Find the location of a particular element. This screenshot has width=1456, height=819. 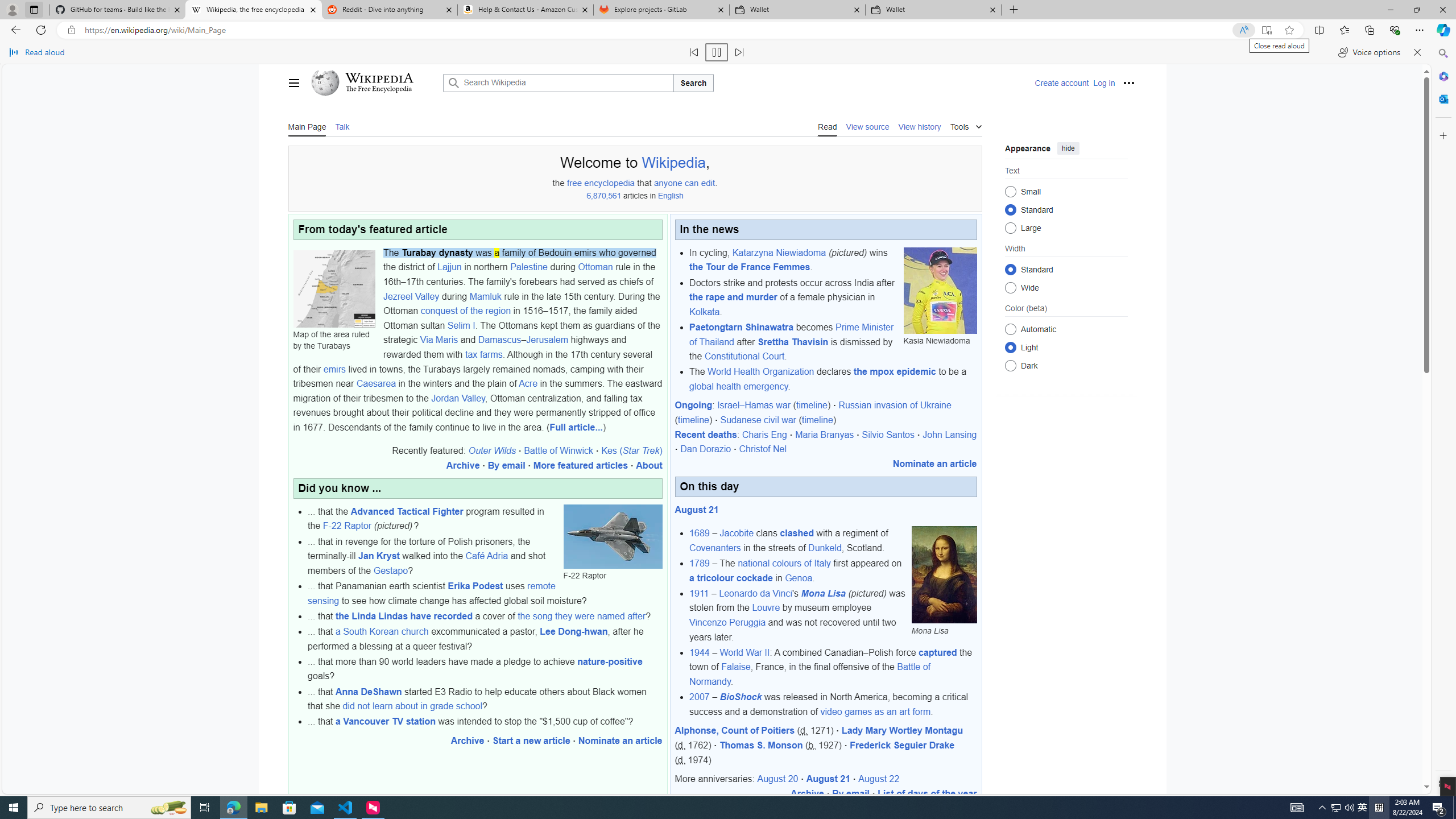

'1911' is located at coordinates (698, 593).